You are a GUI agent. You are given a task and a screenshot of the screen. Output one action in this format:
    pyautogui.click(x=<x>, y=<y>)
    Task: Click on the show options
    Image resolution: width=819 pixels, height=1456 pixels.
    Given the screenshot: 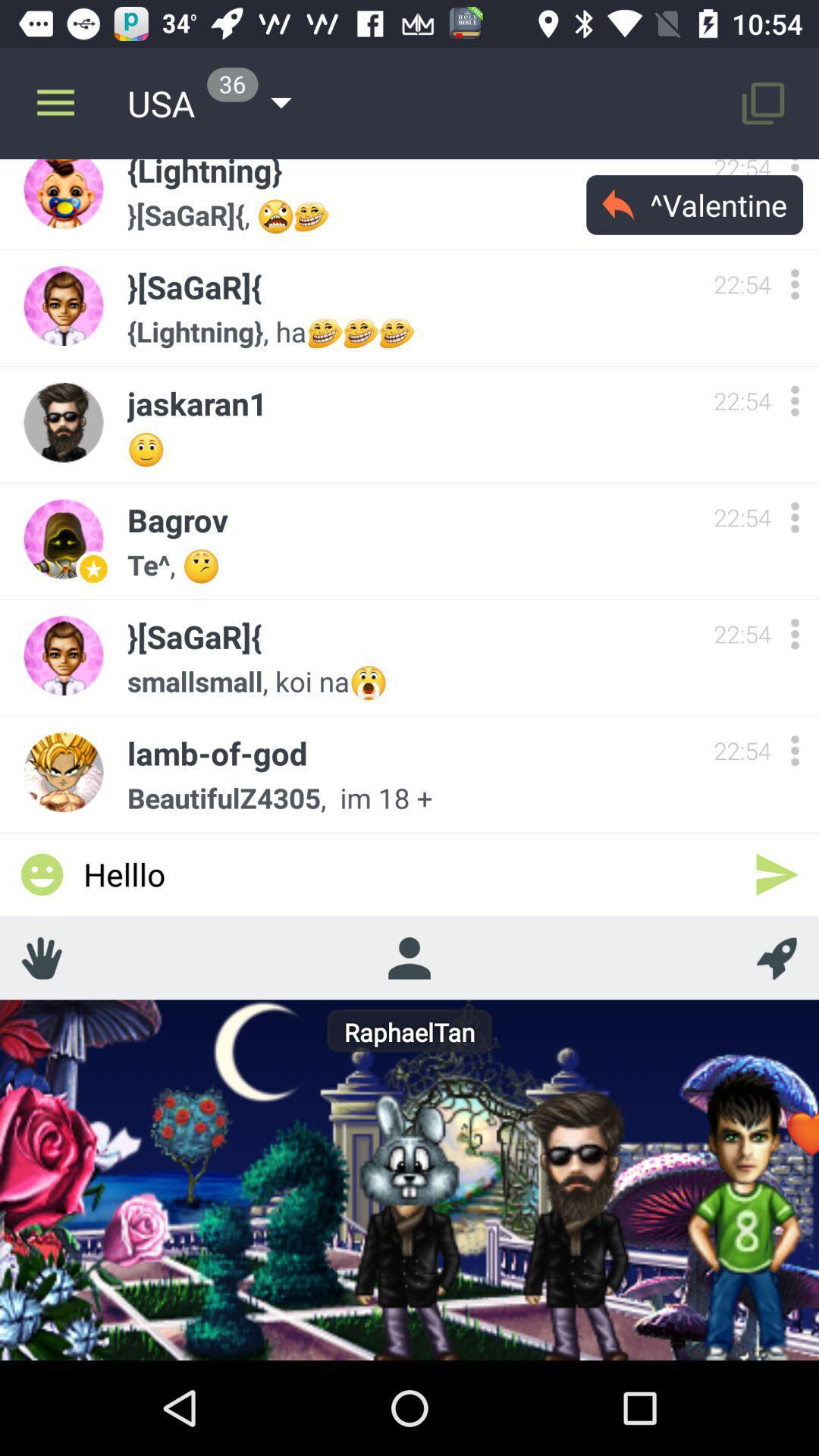 What is the action you would take?
    pyautogui.click(x=794, y=517)
    